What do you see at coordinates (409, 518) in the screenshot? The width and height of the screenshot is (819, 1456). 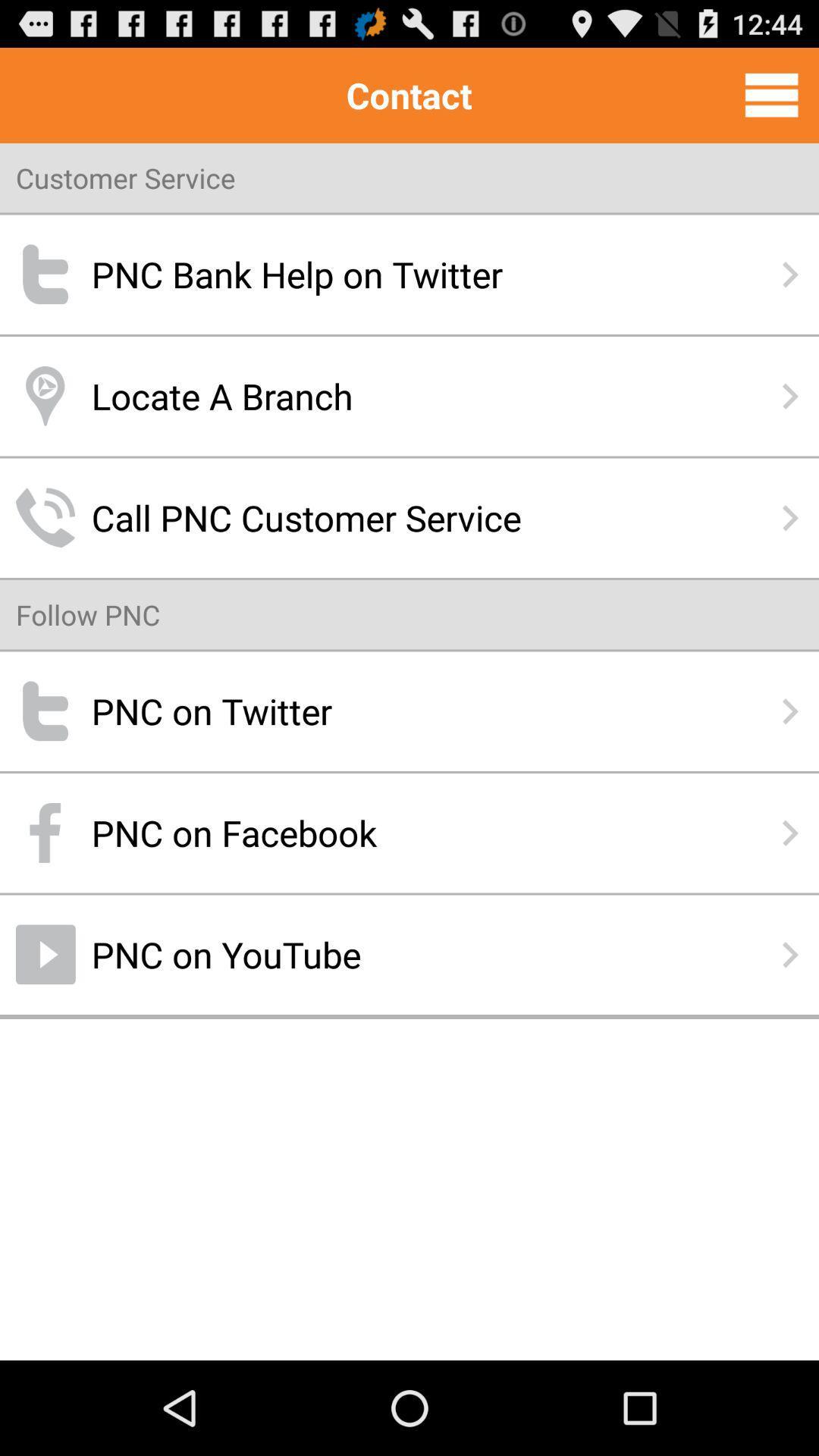 I see `icon below locate a branch icon` at bounding box center [409, 518].